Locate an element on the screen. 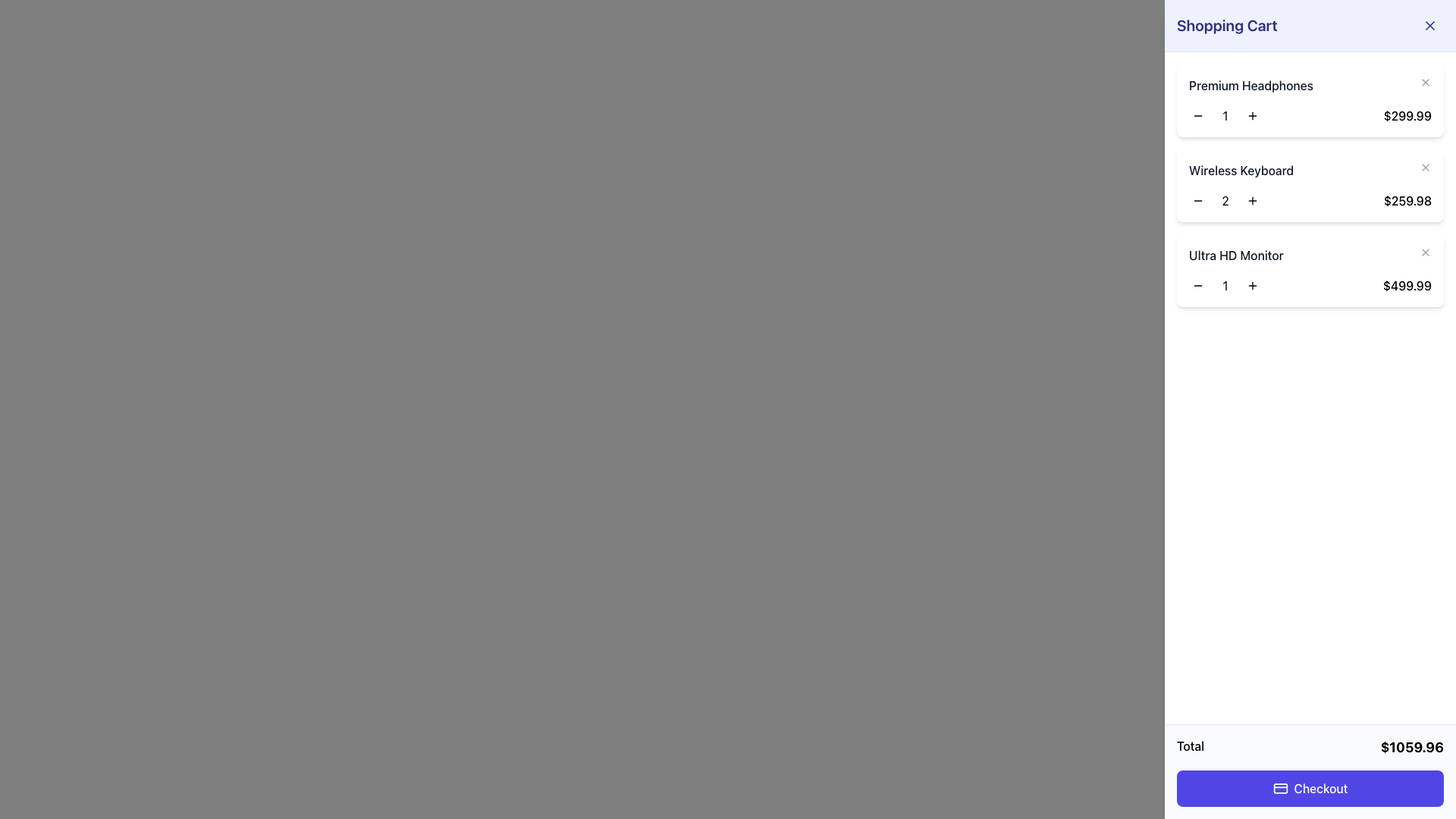  the text label displaying the current quantity of the 'Wireless Keyboard' in the shopping cart, which is centrally located between the decrement and increment buttons is located at coordinates (1225, 200).